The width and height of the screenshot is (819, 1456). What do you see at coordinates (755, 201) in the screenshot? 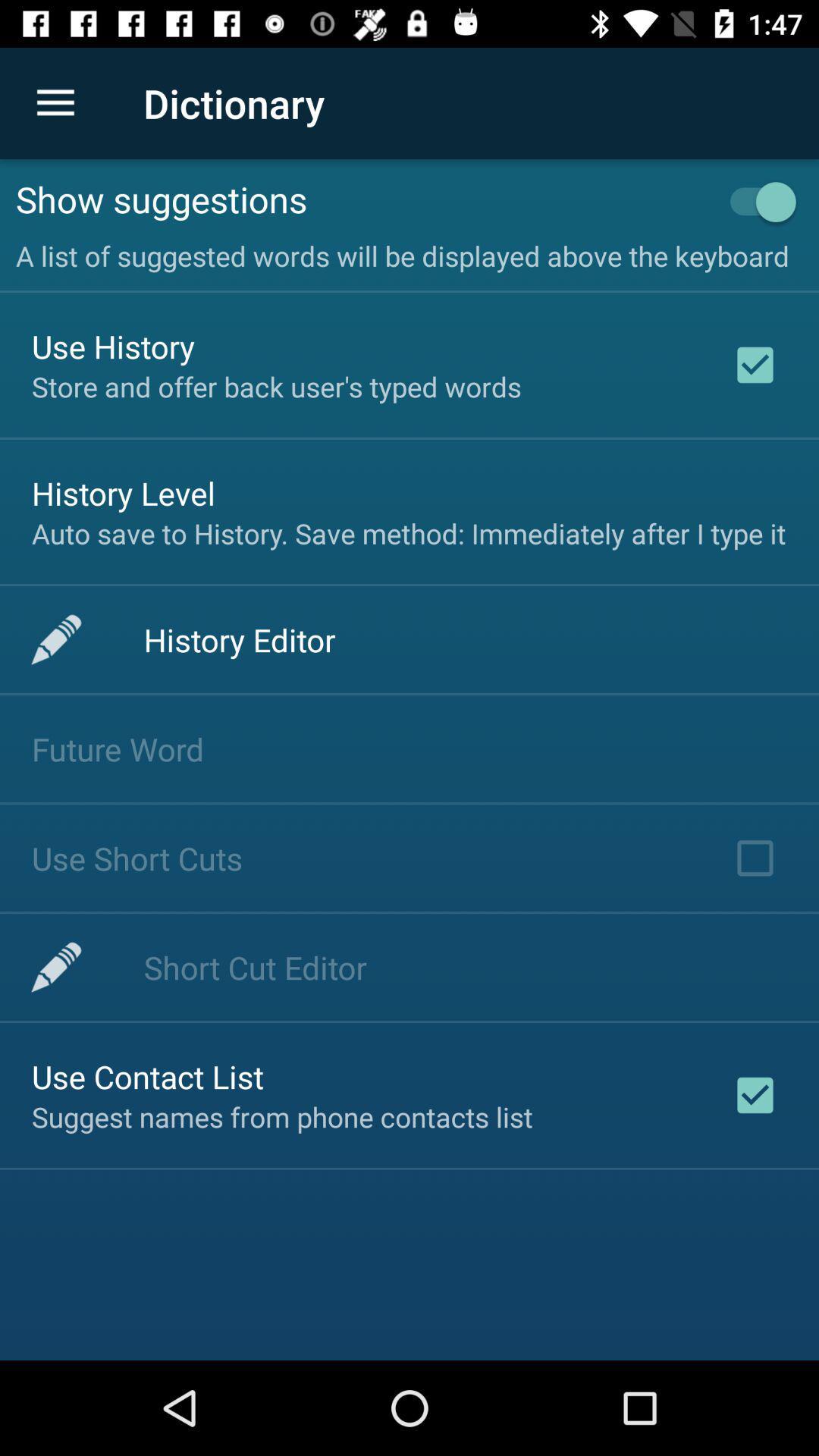
I see `the item to the right of show suggestions icon` at bounding box center [755, 201].